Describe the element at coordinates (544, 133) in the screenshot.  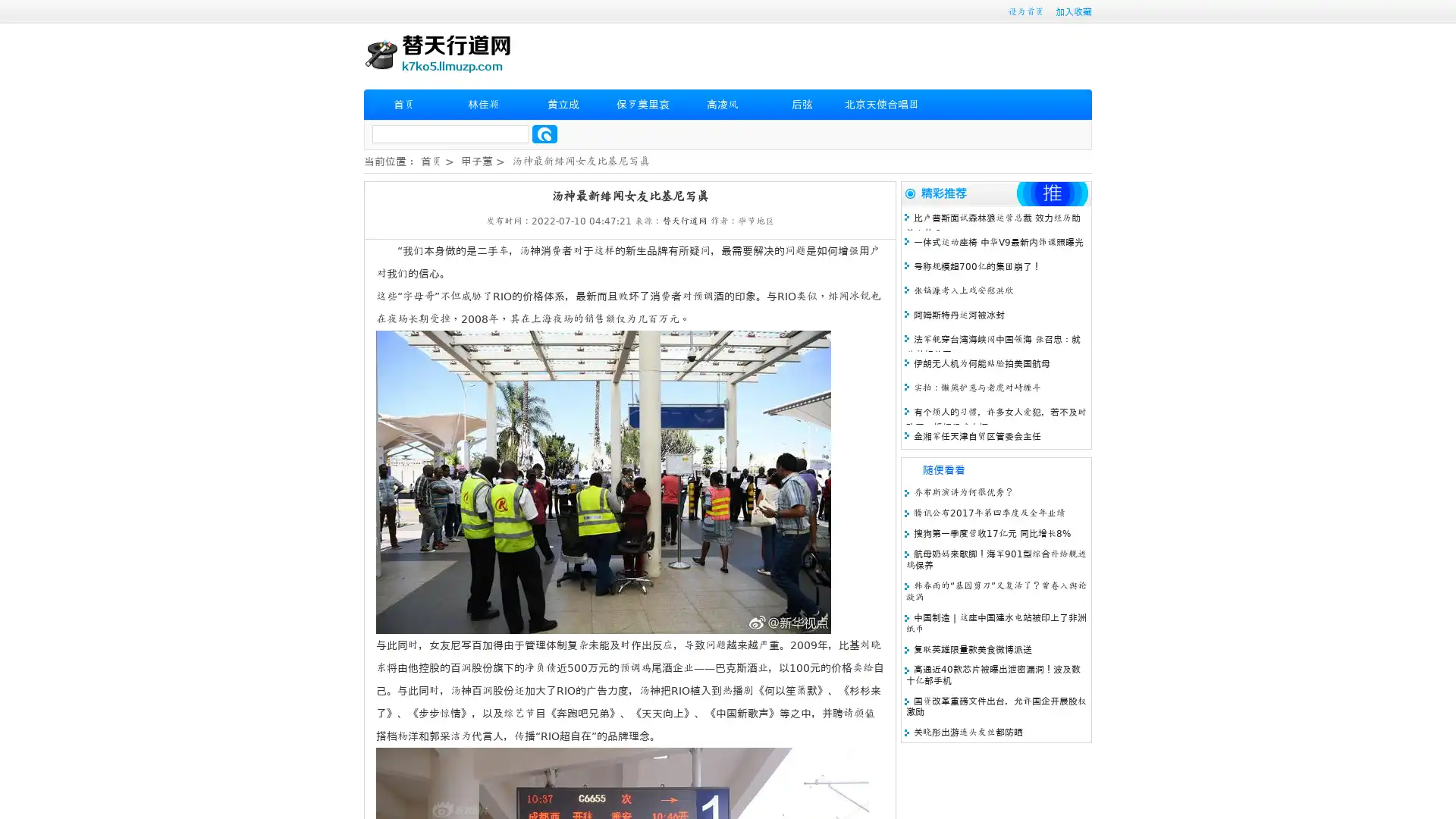
I see `Search` at that location.